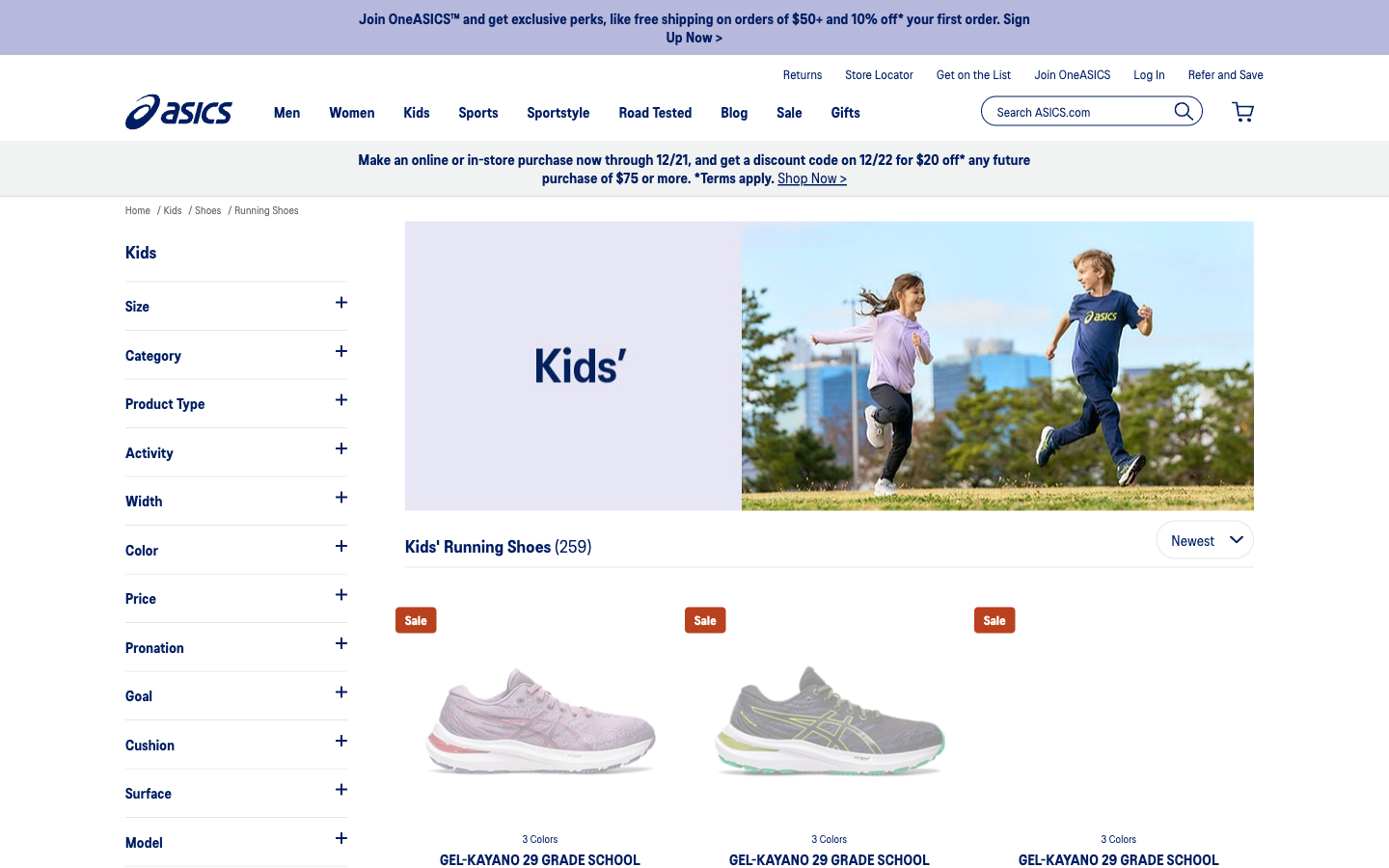 The image size is (1389, 868). Describe the element at coordinates (286, 112) in the screenshot. I see `Look for shoes in the men"s department, not the kid"s section` at that location.